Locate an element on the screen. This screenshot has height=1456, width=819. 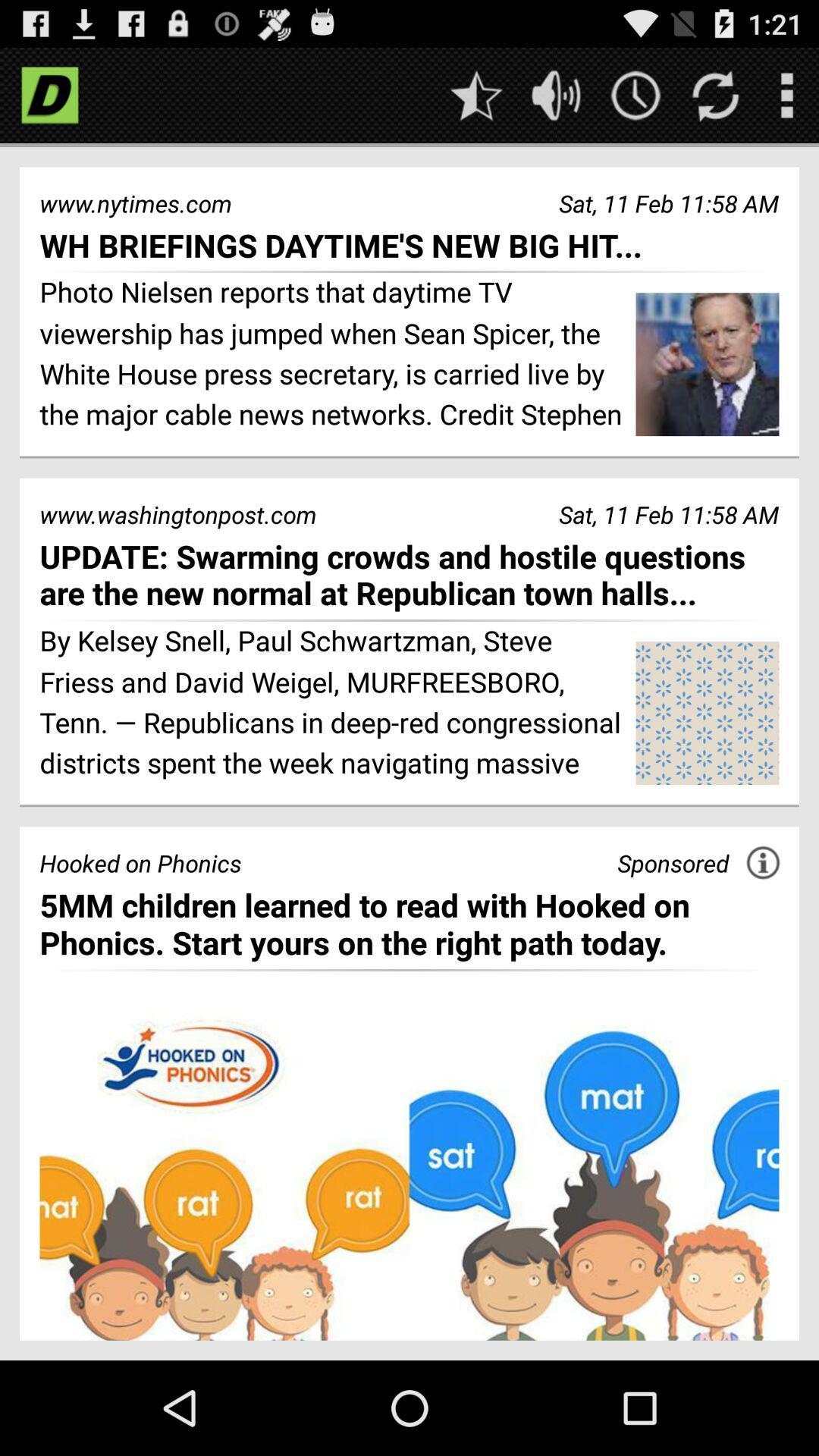
update swarming crowds app is located at coordinates (409, 574).